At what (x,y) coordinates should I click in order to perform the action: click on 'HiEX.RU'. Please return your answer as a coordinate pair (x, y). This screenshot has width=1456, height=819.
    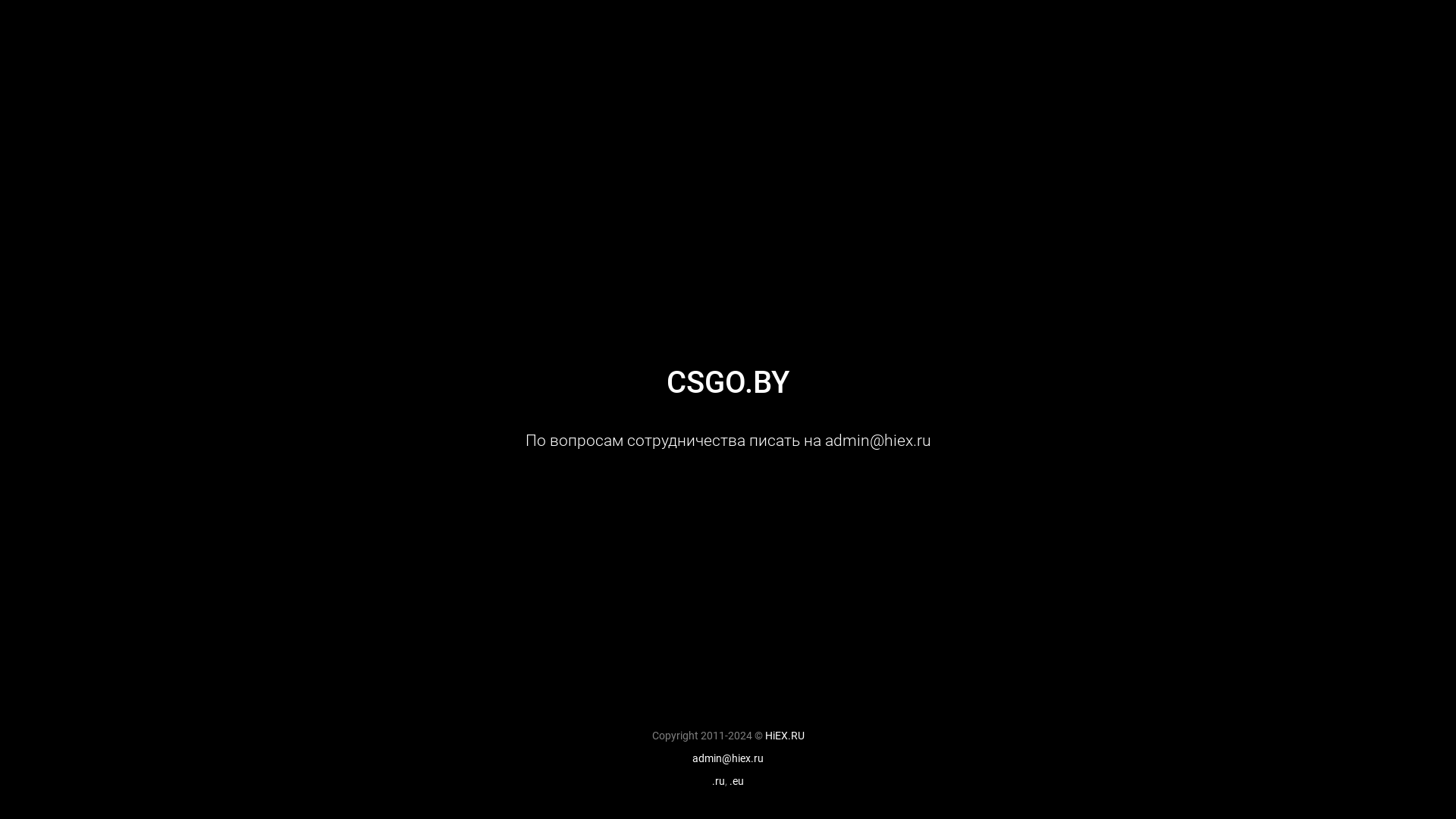
    Looking at the image, I should click on (783, 734).